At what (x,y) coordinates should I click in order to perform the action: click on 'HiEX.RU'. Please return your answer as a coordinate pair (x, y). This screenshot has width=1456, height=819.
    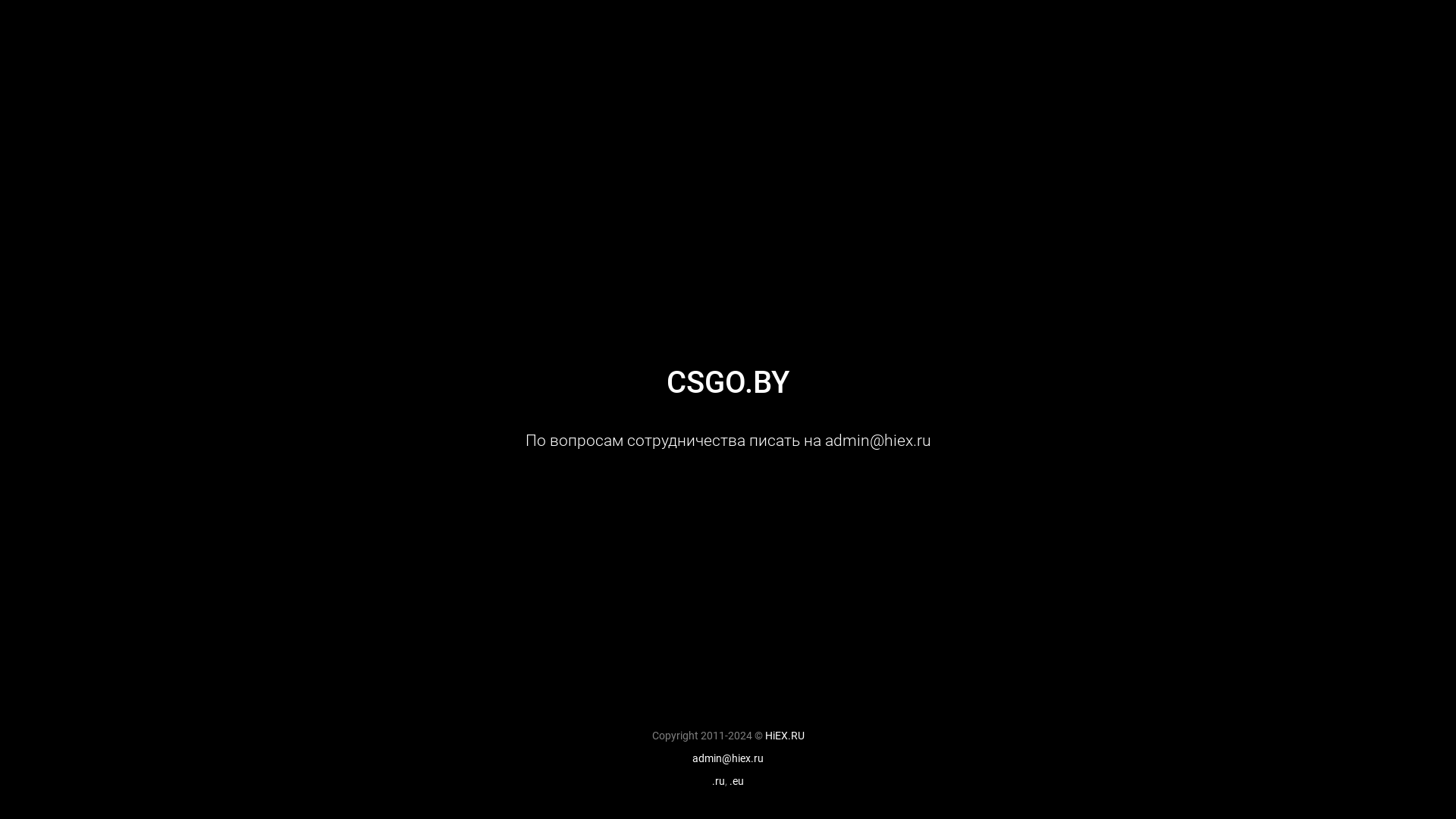
    Looking at the image, I should click on (783, 734).